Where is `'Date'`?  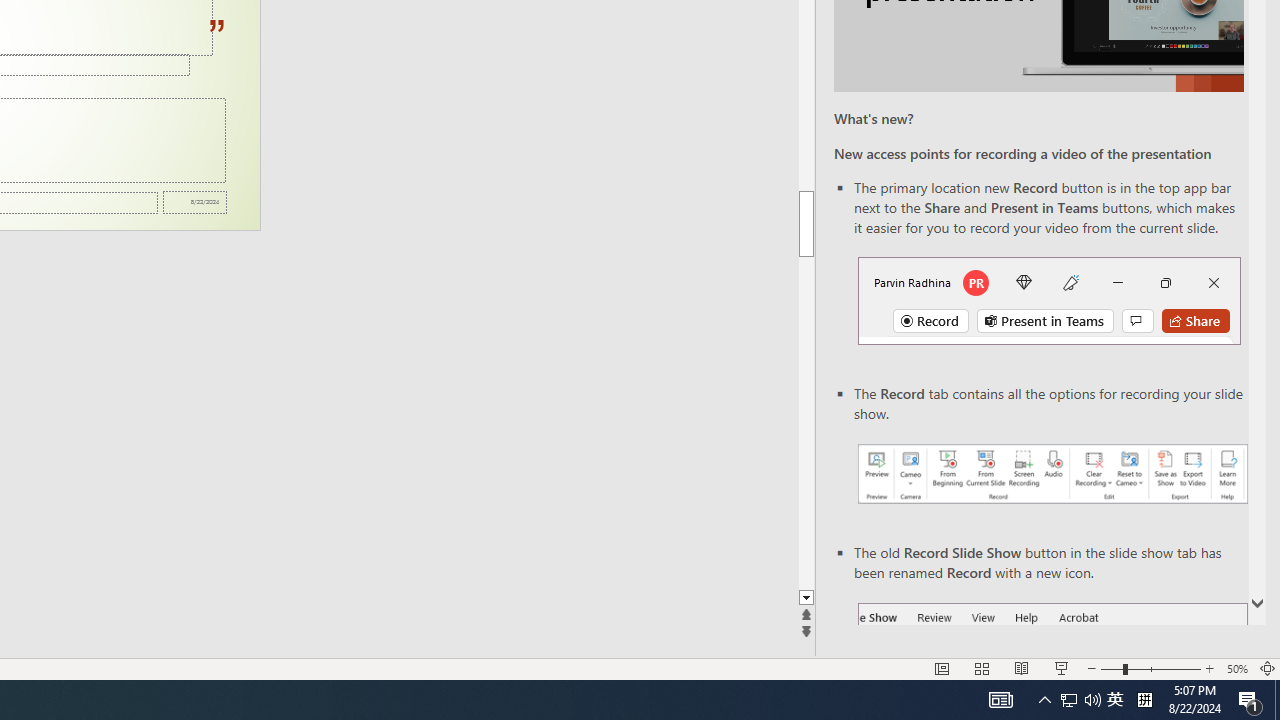 'Date' is located at coordinates (194, 202).